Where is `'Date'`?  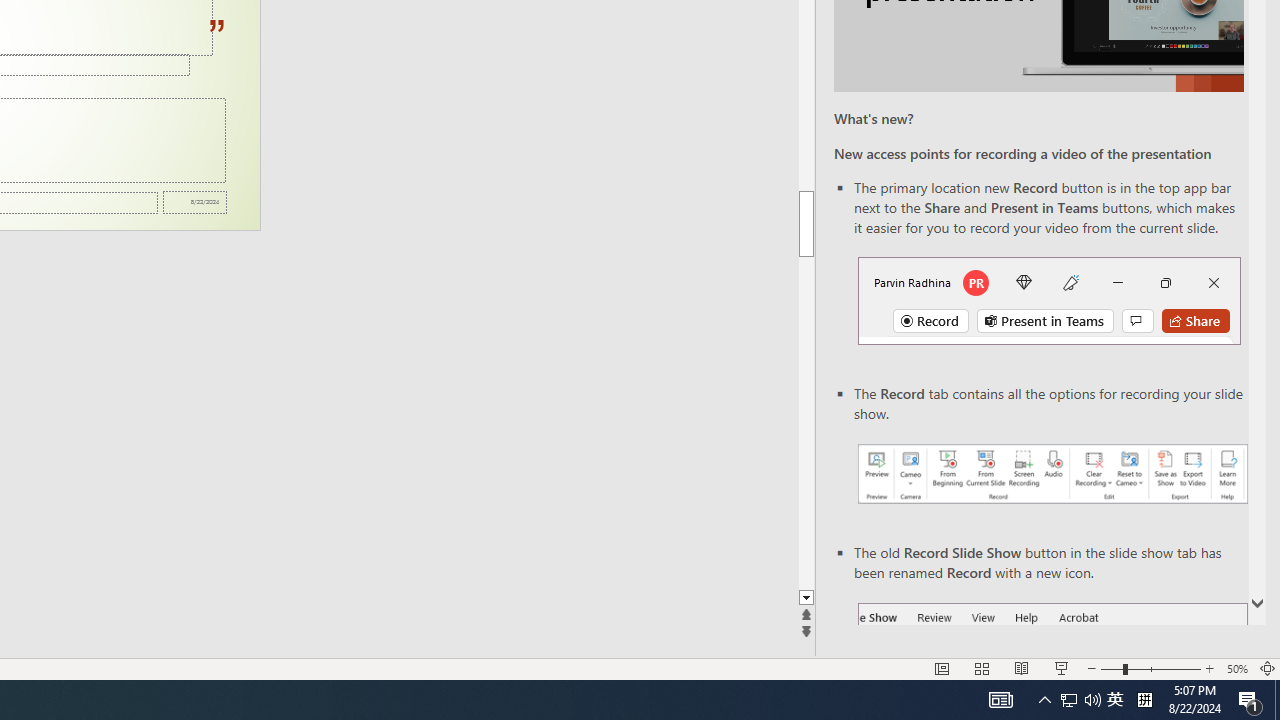 'Date' is located at coordinates (194, 202).